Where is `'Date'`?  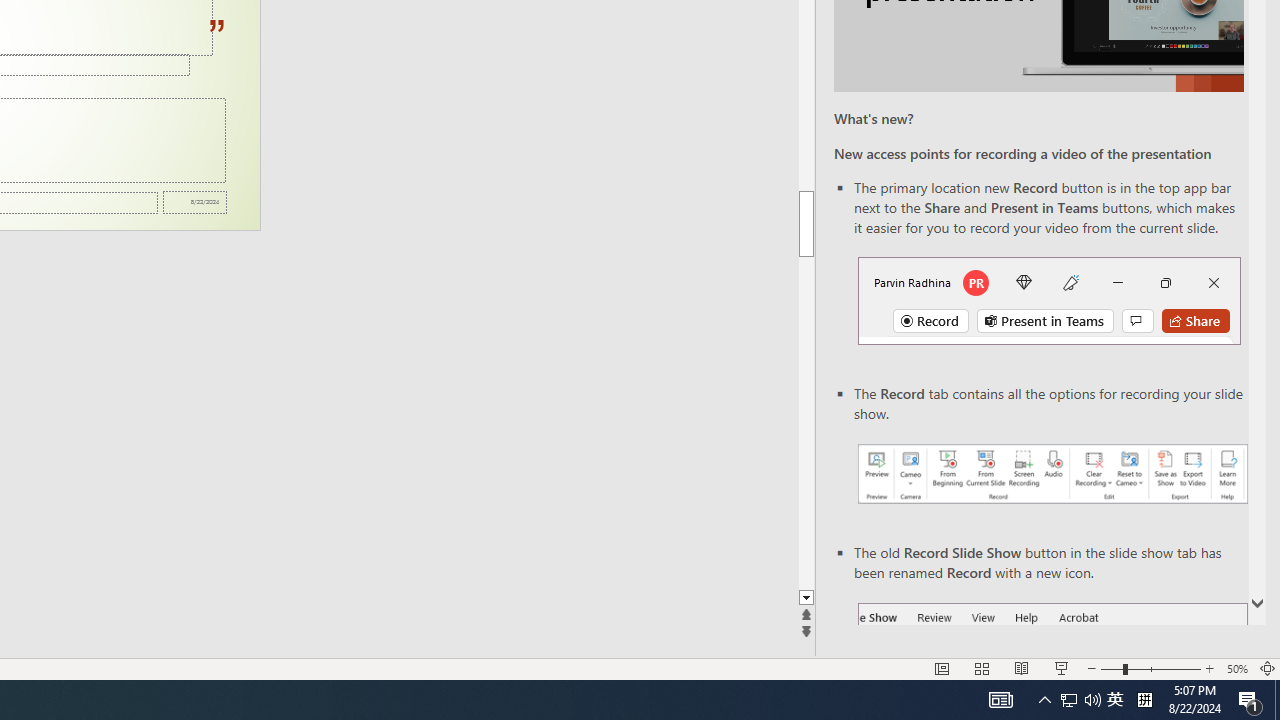 'Date' is located at coordinates (194, 202).